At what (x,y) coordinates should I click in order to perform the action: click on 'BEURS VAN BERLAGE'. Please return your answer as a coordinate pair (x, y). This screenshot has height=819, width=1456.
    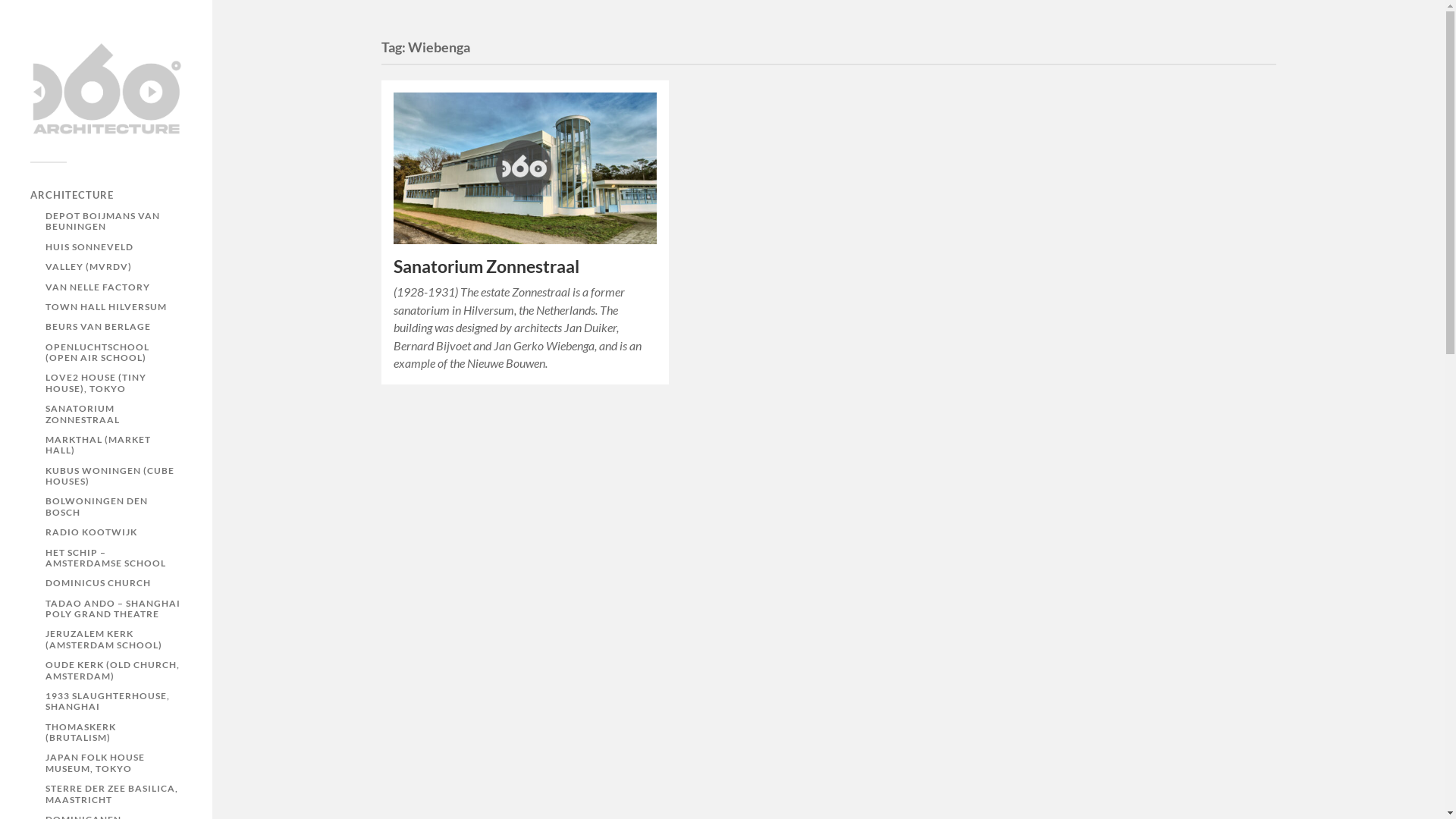
    Looking at the image, I should click on (97, 325).